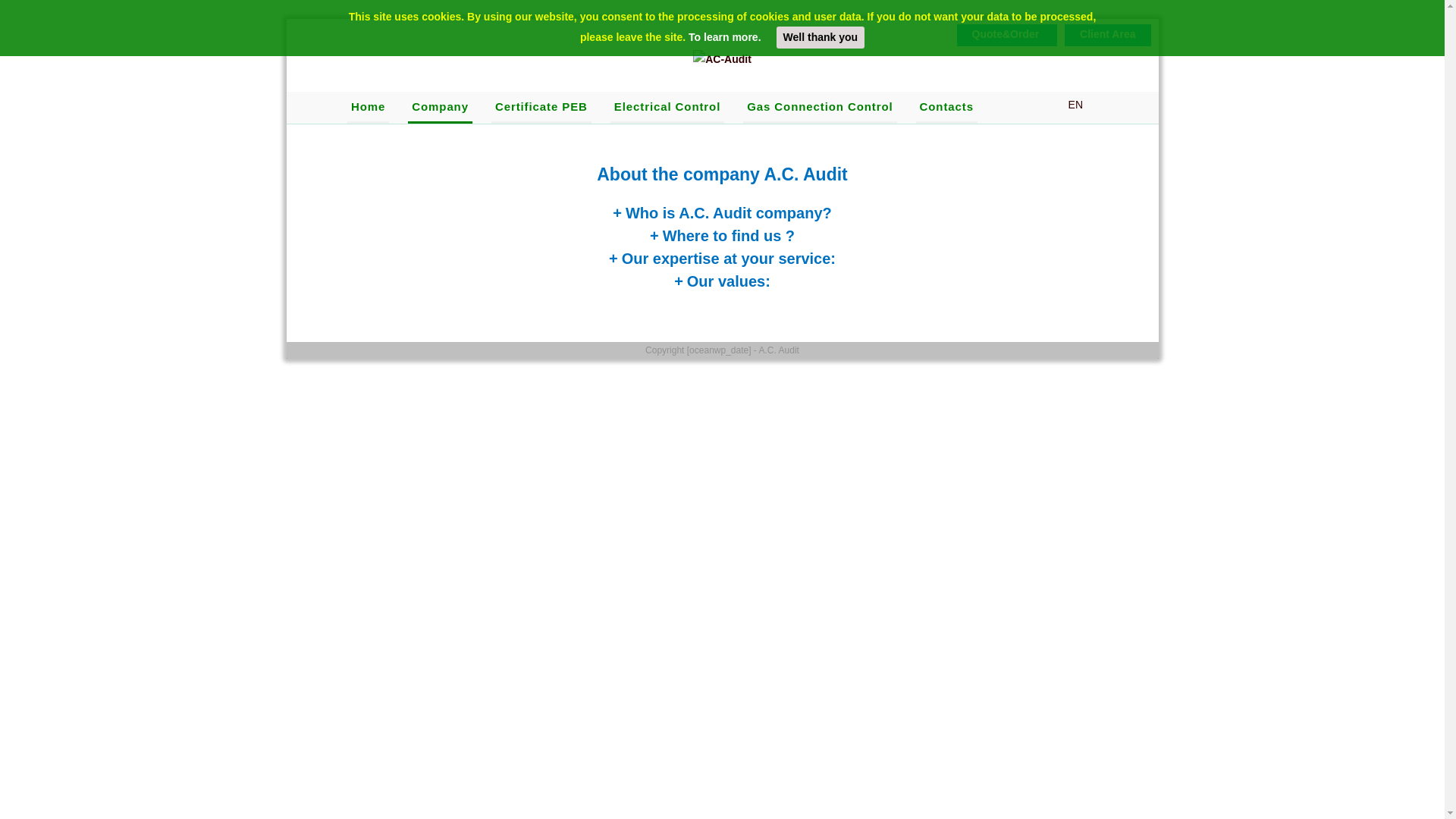 This screenshot has width=1456, height=819. I want to click on 'Contacts', so click(946, 107).